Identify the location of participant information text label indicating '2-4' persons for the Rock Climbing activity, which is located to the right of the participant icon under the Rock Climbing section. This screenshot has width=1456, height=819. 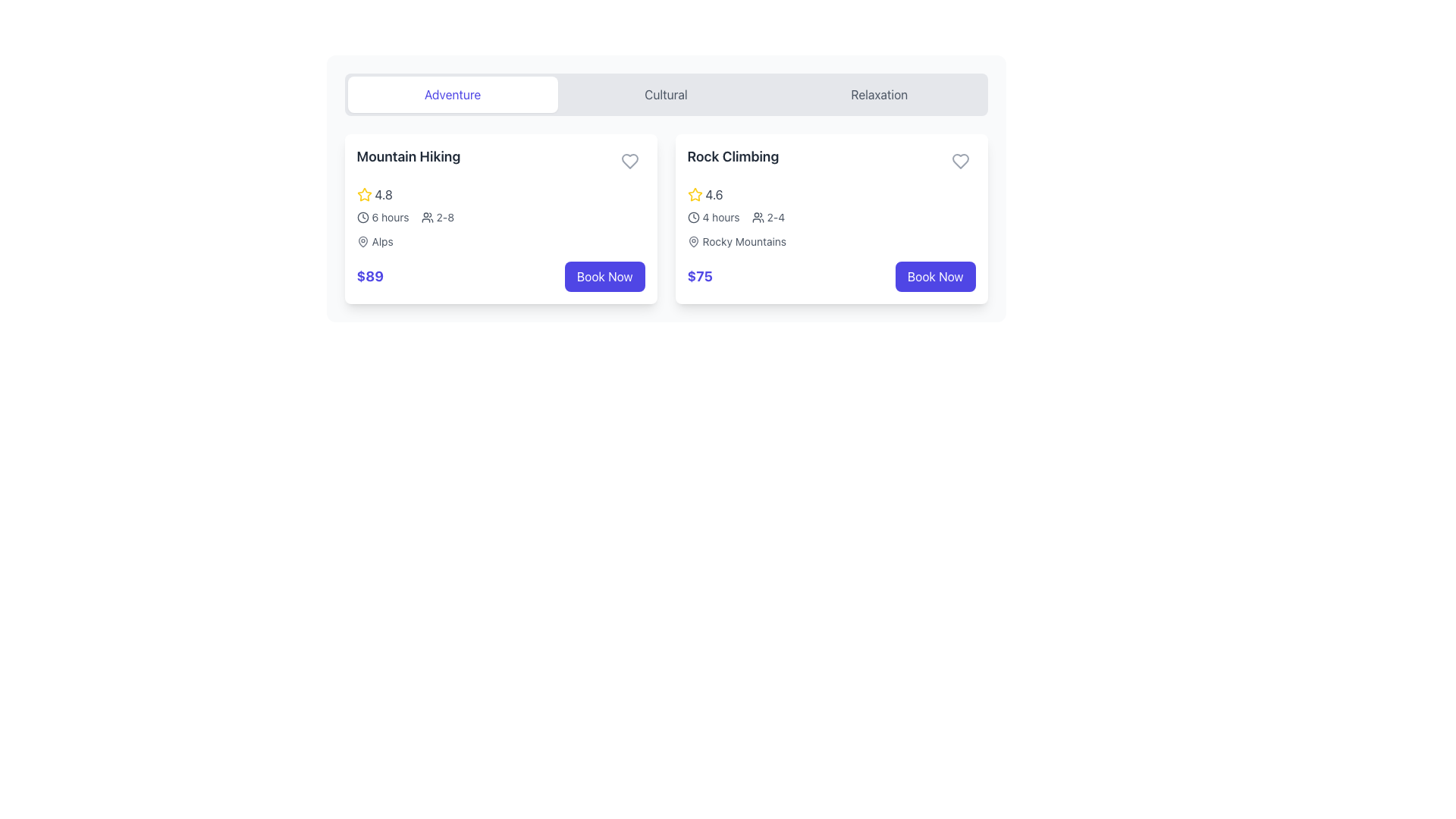
(776, 217).